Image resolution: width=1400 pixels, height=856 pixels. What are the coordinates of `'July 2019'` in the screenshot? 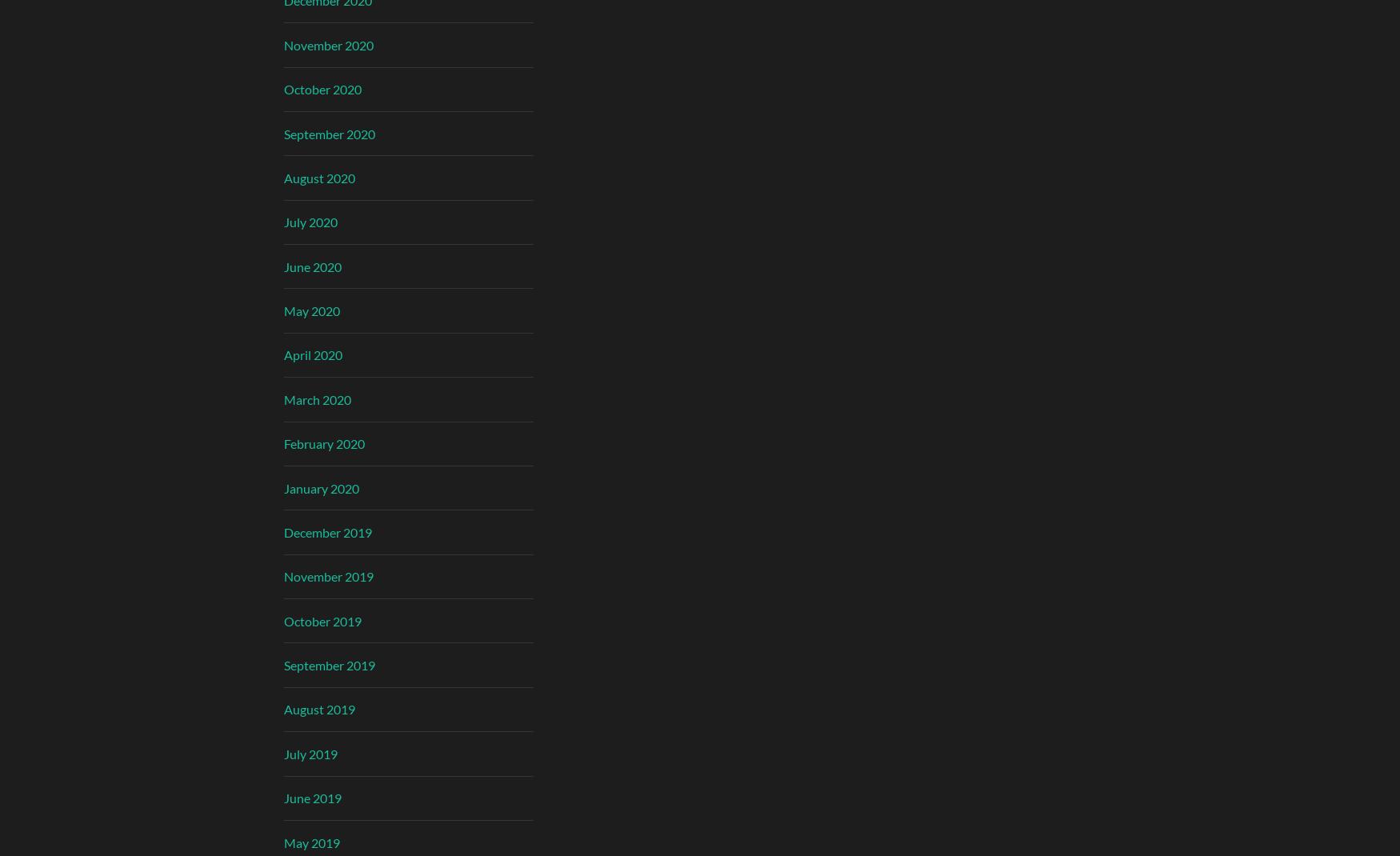 It's located at (310, 752).